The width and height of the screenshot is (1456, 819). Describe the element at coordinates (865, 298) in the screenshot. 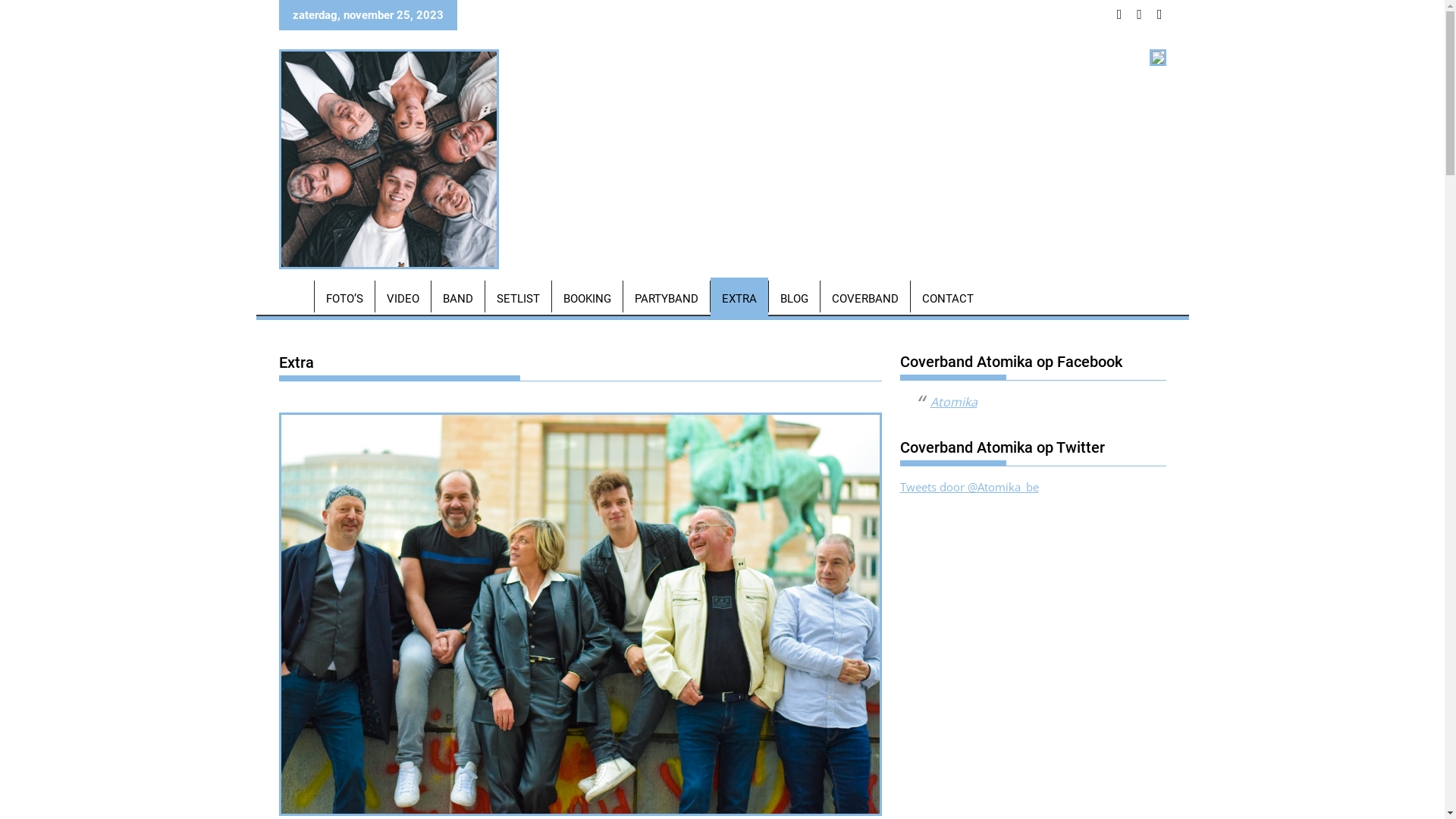

I see `'COVERBAND'` at that location.